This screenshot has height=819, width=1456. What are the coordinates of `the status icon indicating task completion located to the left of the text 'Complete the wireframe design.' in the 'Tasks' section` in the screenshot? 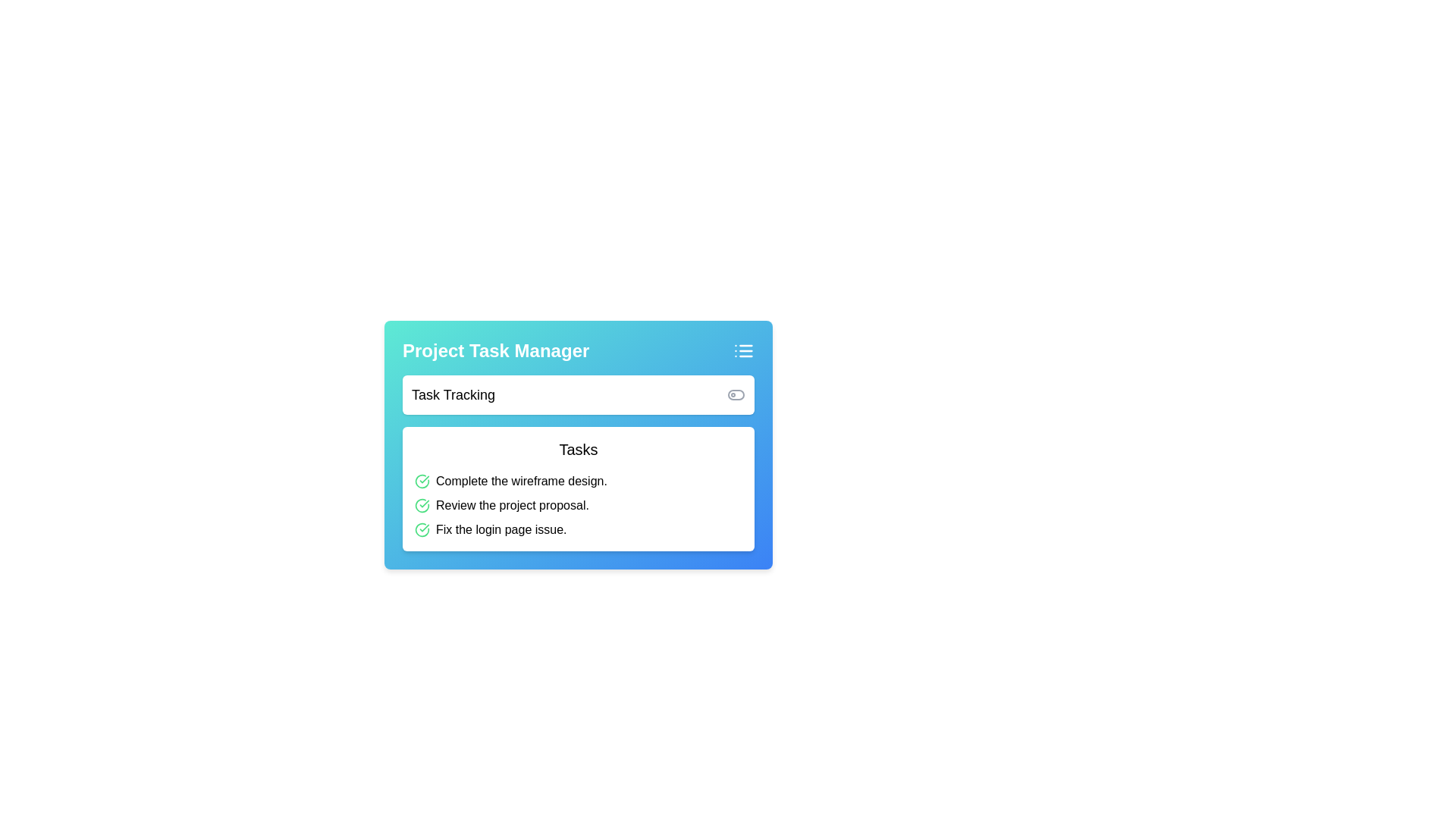 It's located at (422, 482).